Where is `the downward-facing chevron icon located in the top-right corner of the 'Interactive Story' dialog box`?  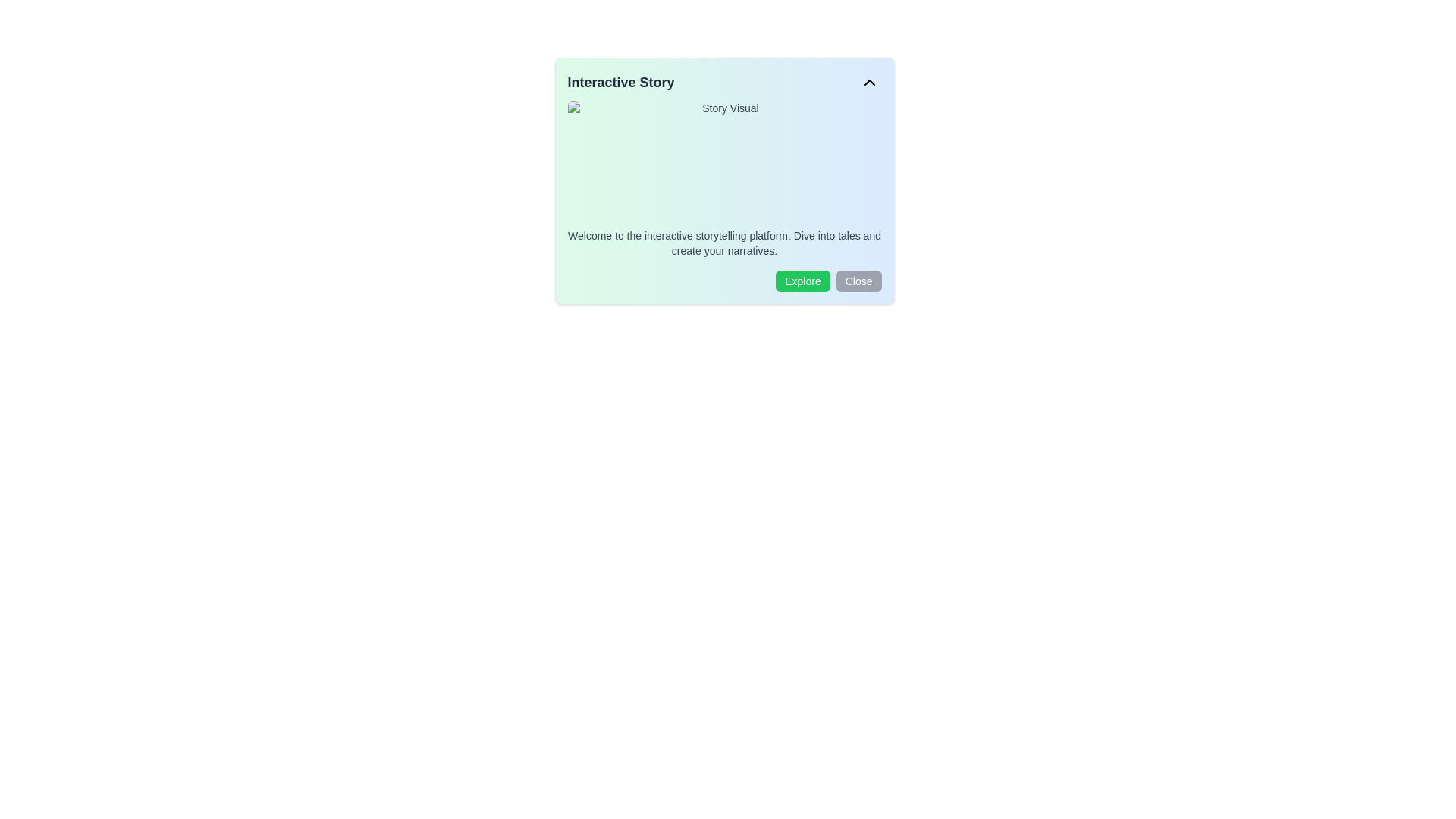
the downward-facing chevron icon located in the top-right corner of the 'Interactive Story' dialog box is located at coordinates (869, 82).